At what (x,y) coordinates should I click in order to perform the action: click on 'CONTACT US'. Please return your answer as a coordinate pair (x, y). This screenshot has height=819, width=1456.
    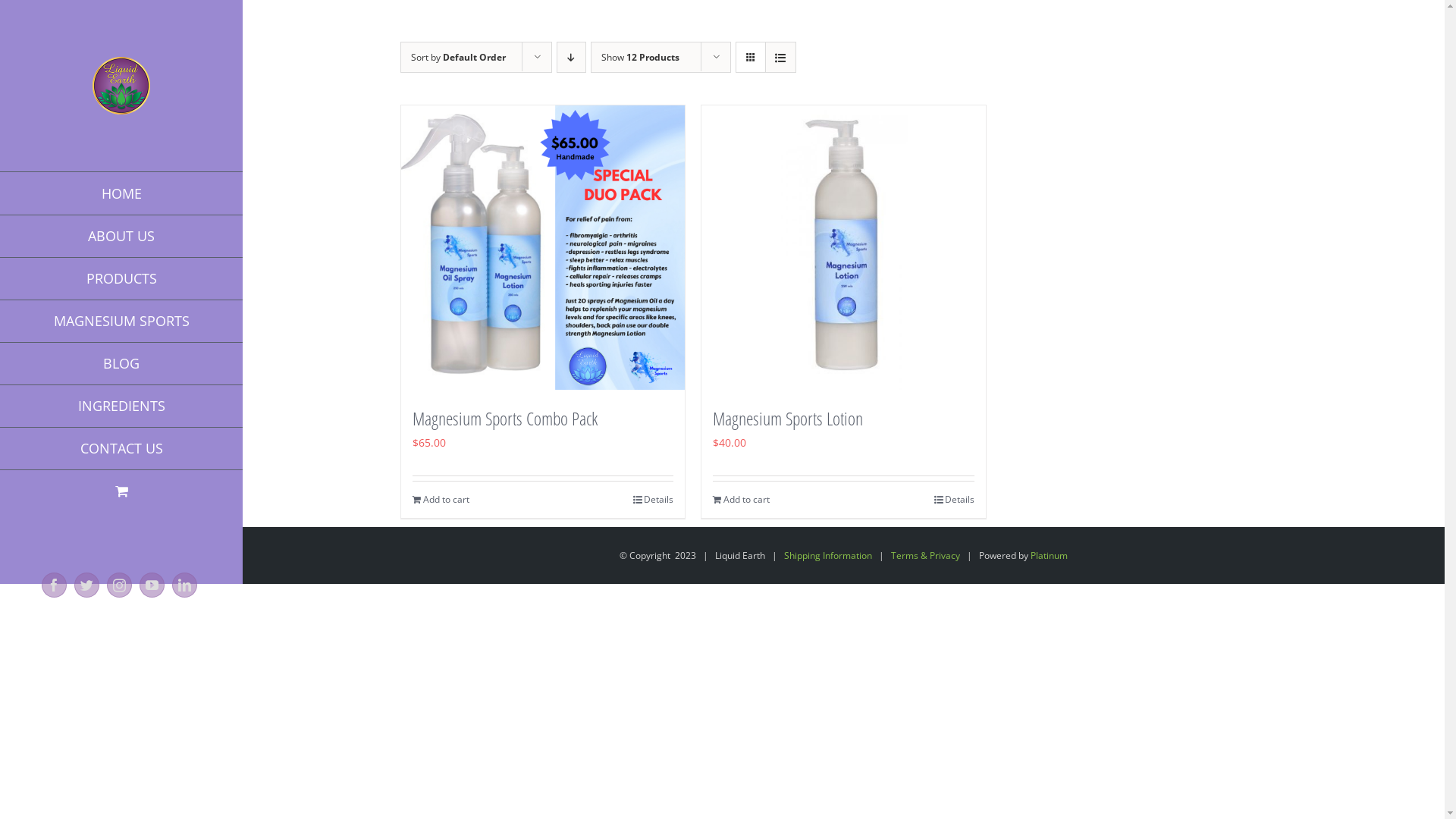
    Looking at the image, I should click on (120, 447).